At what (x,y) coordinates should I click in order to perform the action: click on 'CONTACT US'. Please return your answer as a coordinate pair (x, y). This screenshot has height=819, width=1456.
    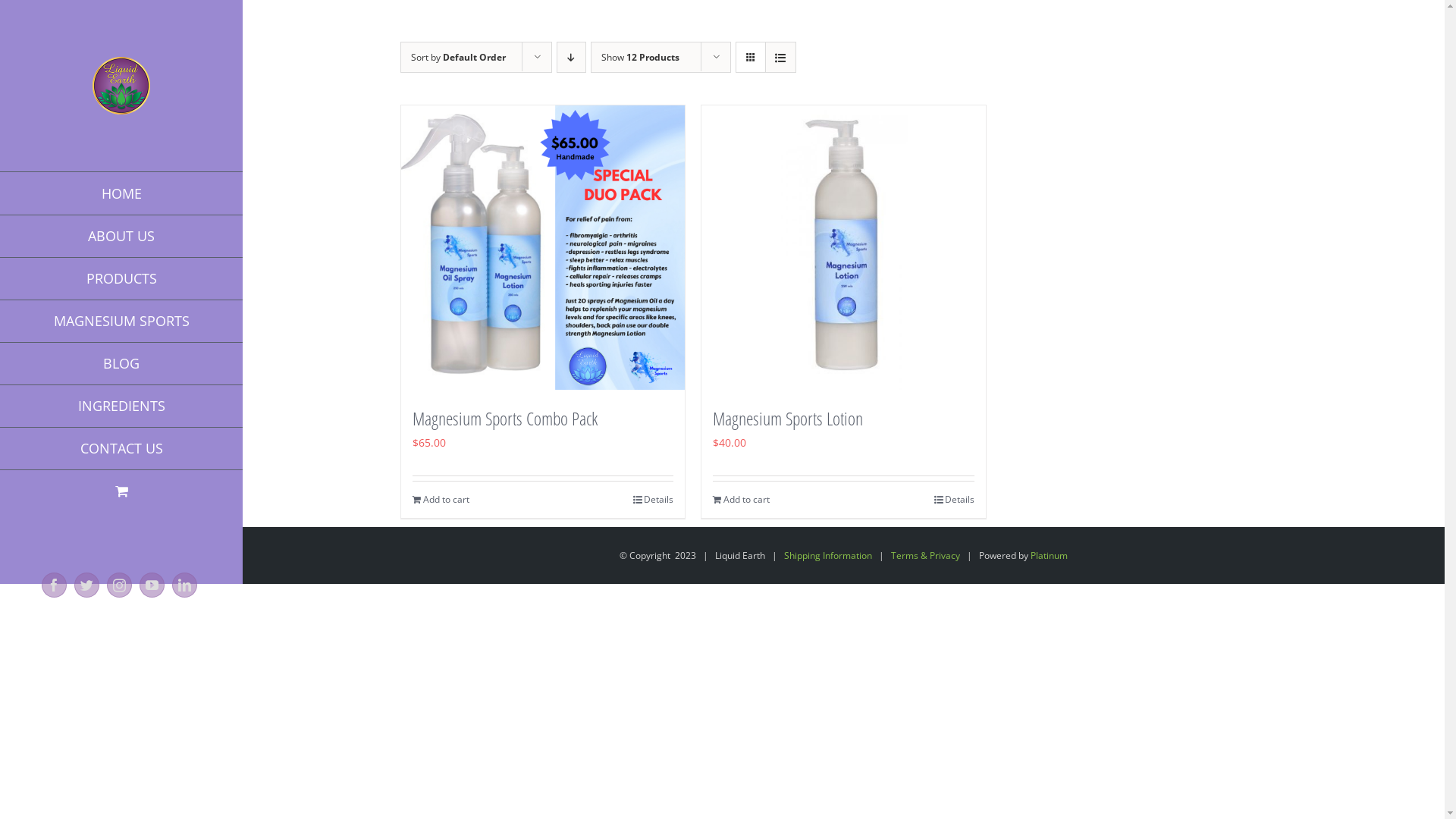
    Looking at the image, I should click on (120, 447).